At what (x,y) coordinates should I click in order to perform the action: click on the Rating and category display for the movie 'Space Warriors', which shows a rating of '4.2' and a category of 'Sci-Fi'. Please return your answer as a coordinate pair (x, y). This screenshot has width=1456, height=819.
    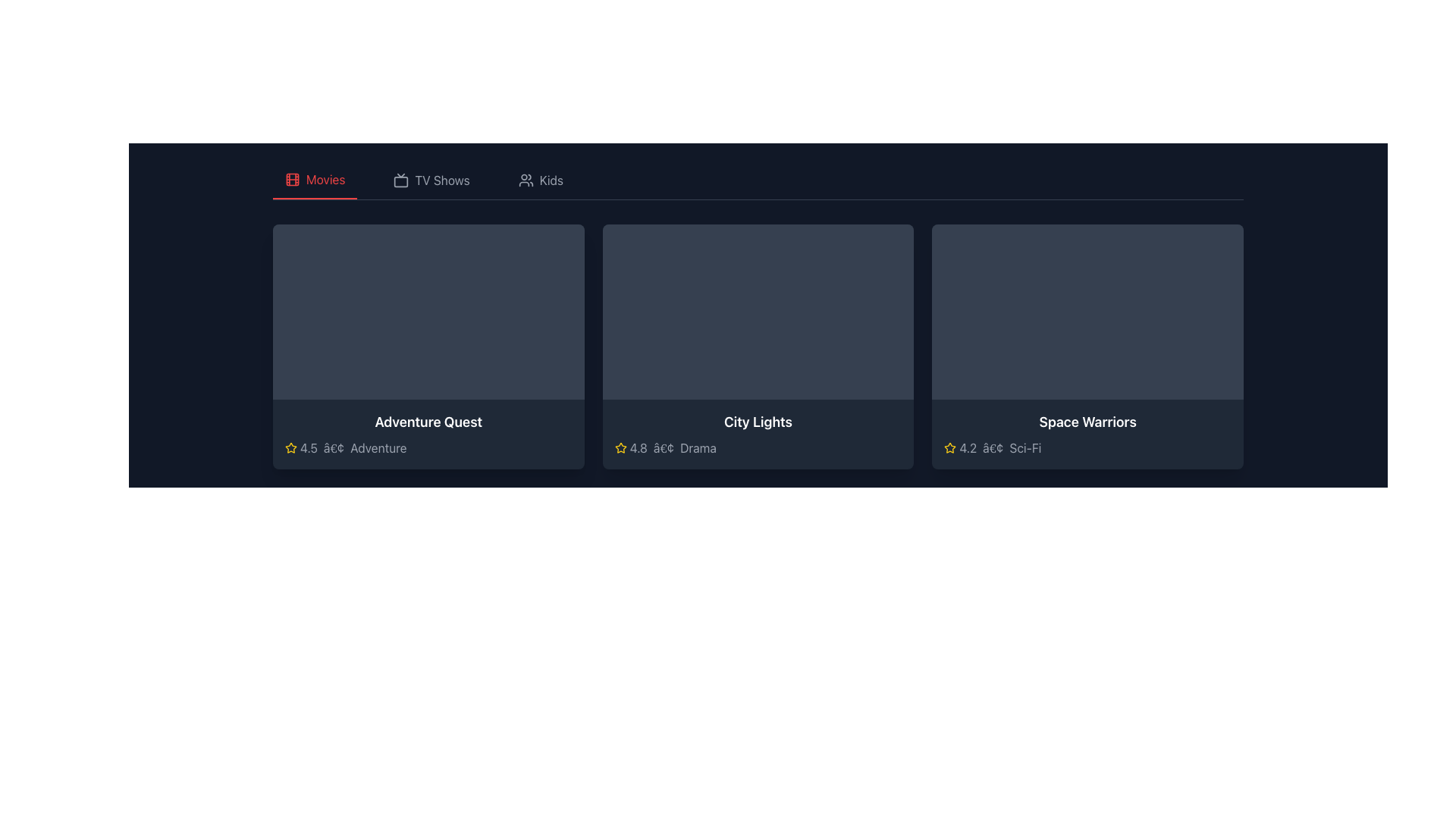
    Looking at the image, I should click on (1087, 447).